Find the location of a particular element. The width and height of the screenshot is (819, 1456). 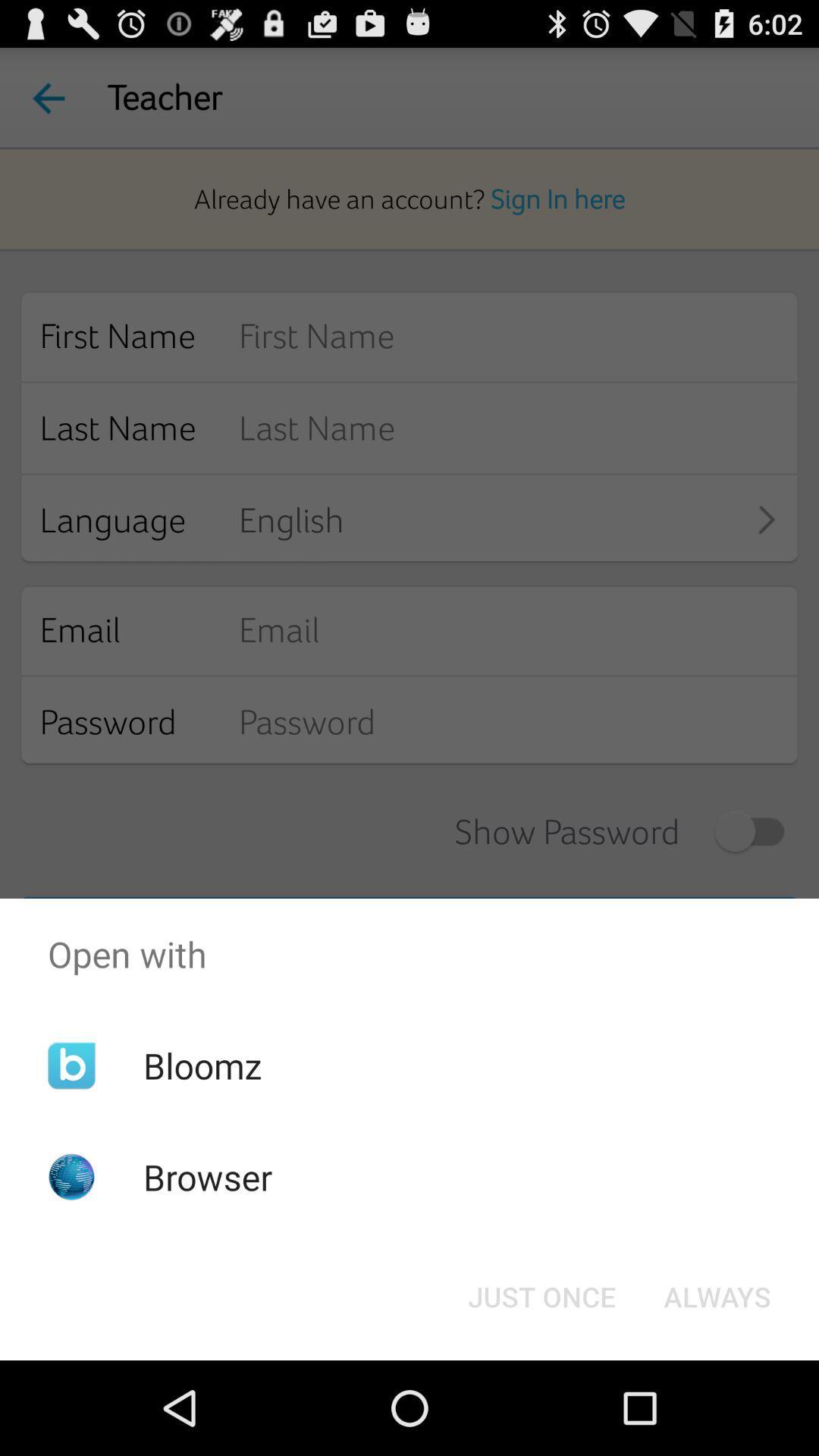

the just once icon is located at coordinates (541, 1295).